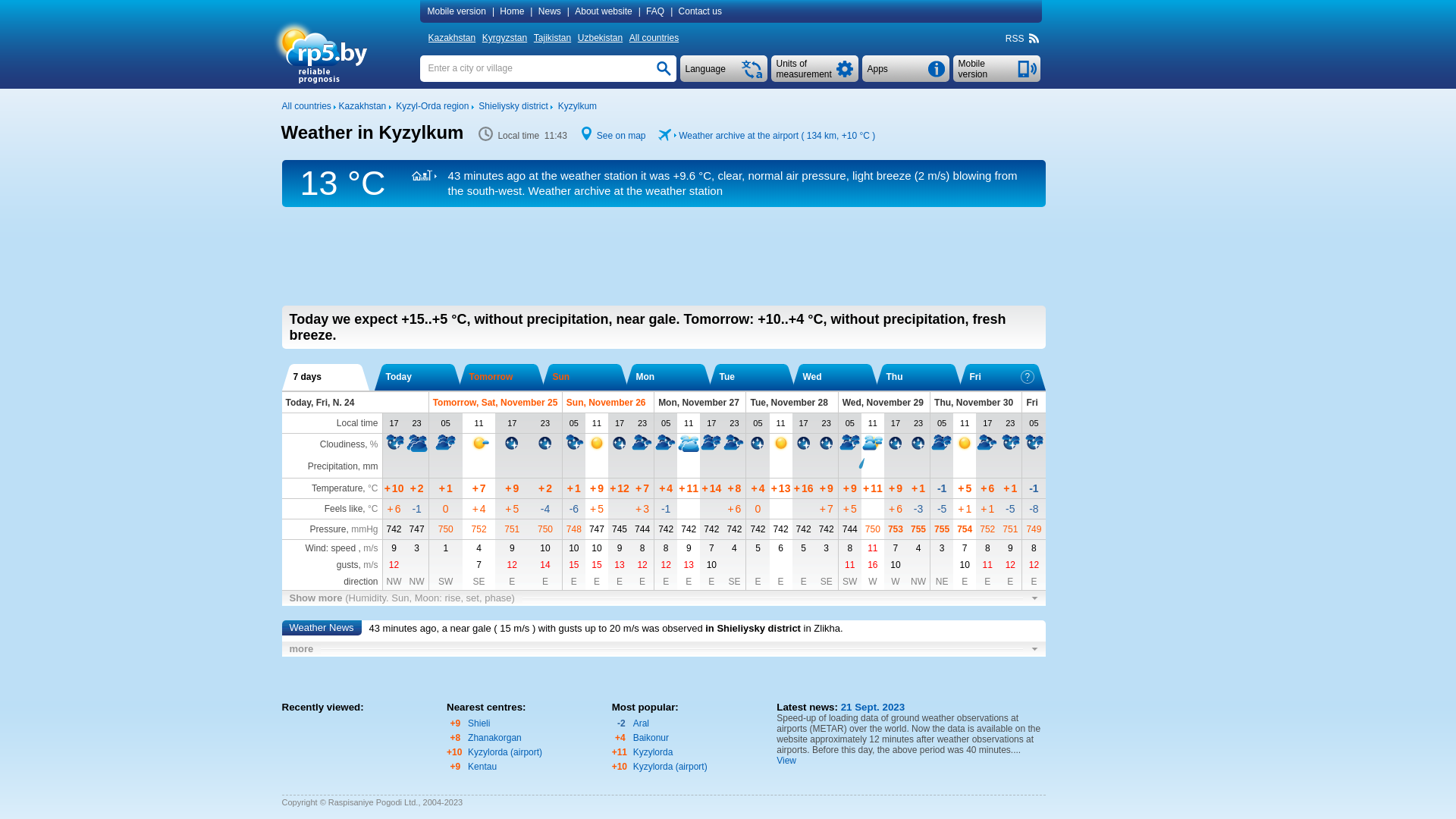 The height and width of the screenshot is (819, 1456). I want to click on 'Sun', so click(583, 376).